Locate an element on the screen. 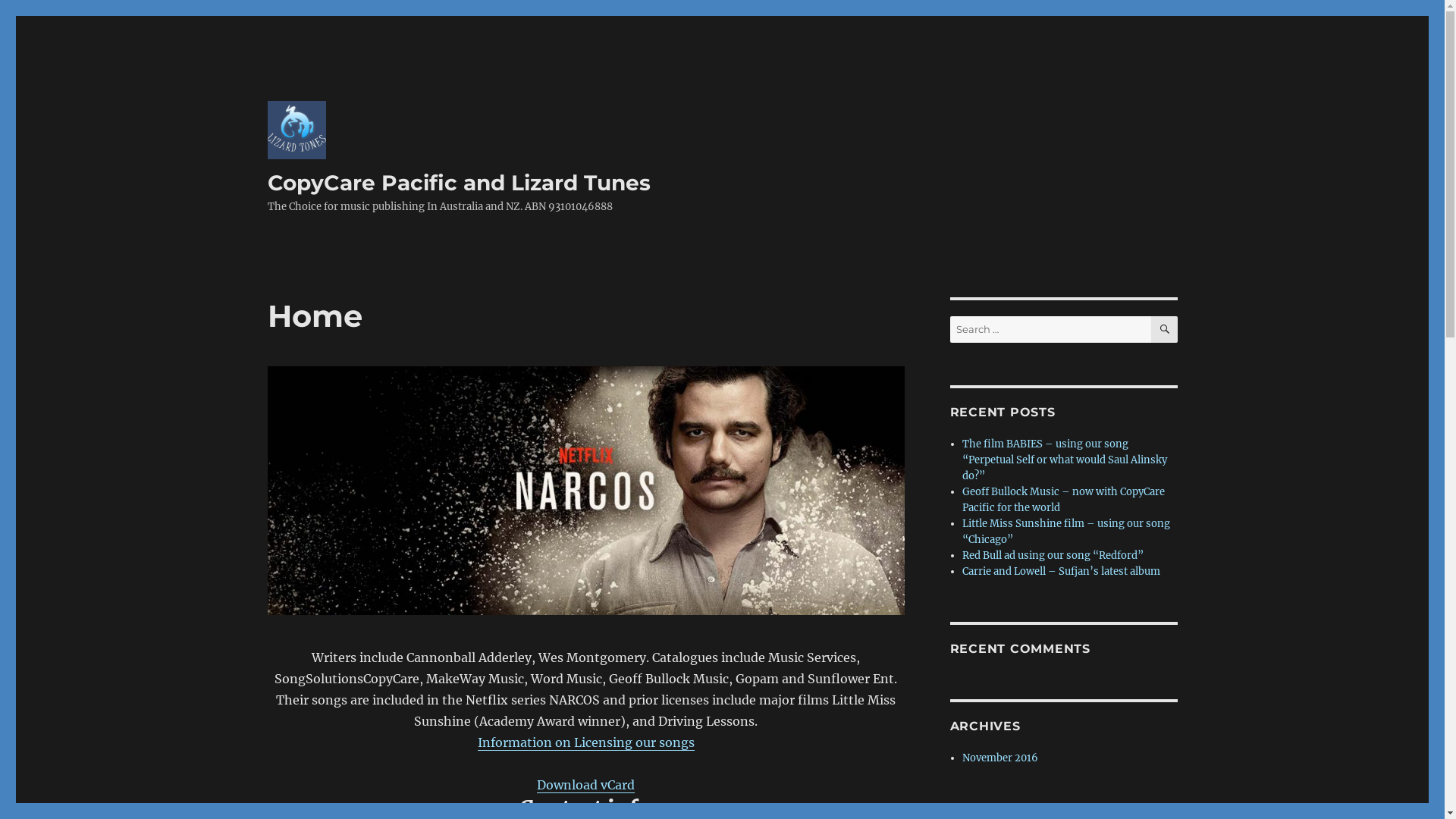 The image size is (1456, 819). 'Information on Licensing our songs' is located at coordinates (585, 742).